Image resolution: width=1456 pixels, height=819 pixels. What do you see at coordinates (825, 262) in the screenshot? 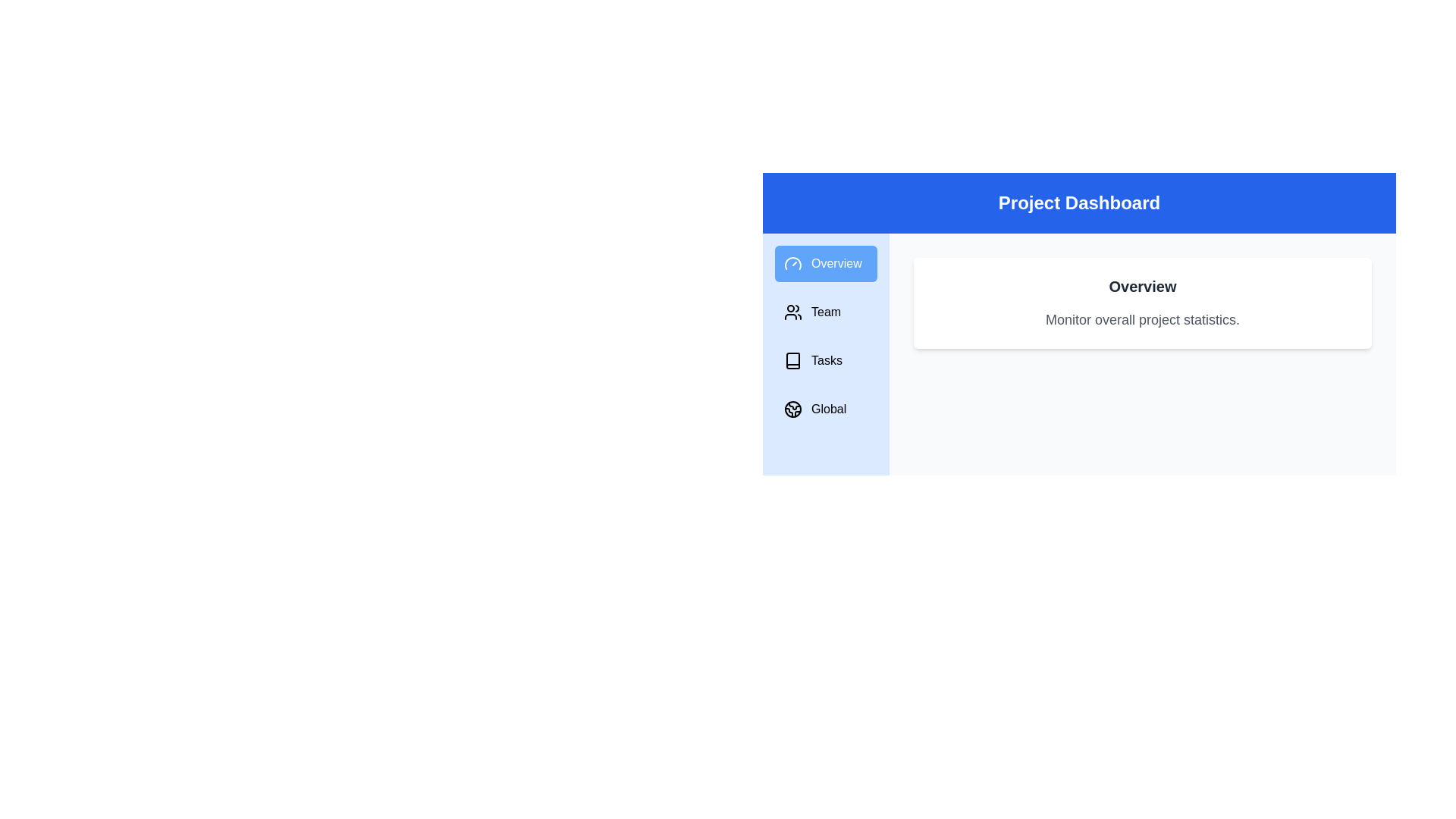
I see `the Overview tab in the sidebar navigation menu` at bounding box center [825, 262].